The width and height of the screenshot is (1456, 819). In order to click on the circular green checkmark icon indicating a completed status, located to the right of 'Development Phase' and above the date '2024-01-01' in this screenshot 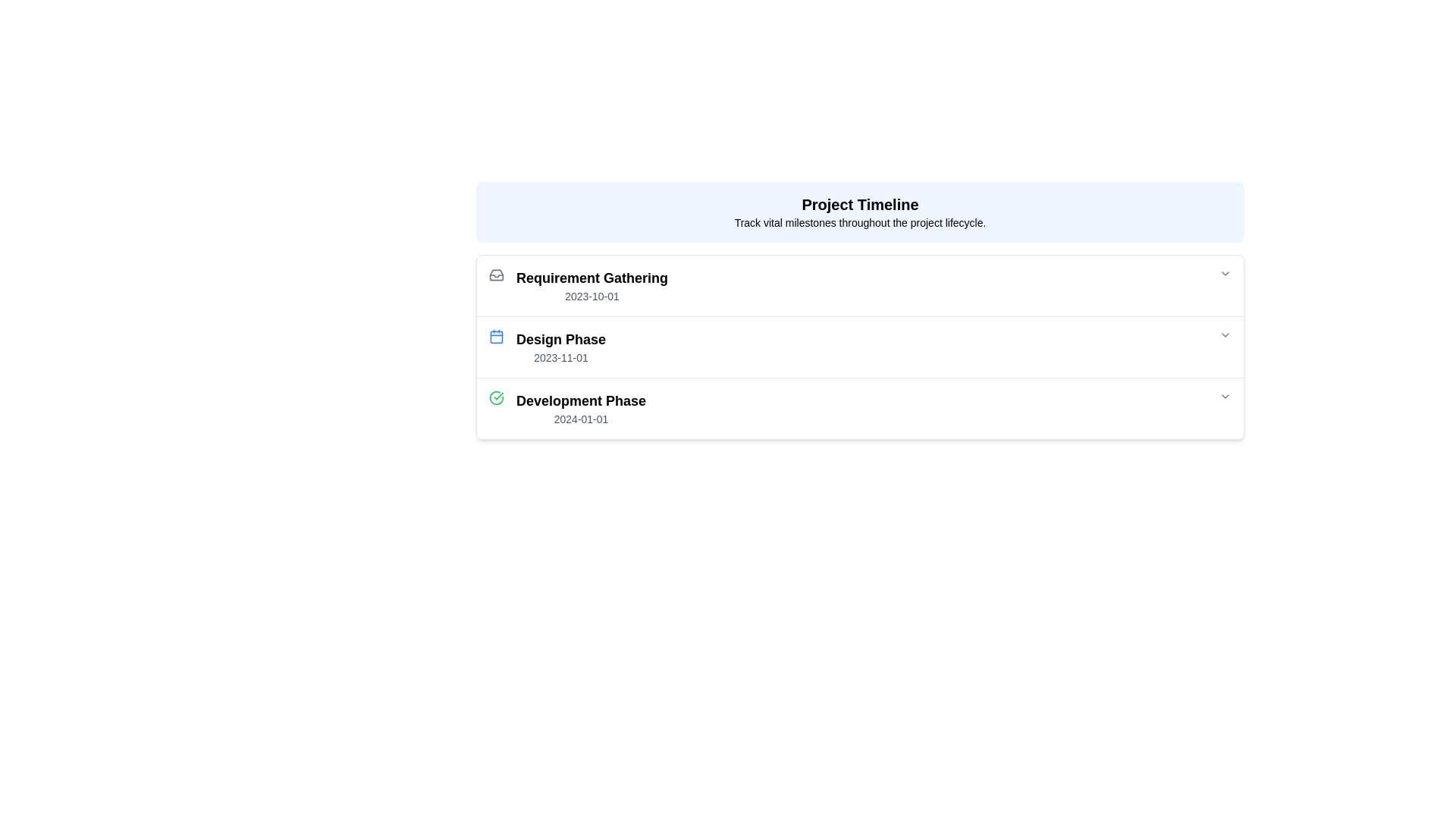, I will do `click(496, 397)`.